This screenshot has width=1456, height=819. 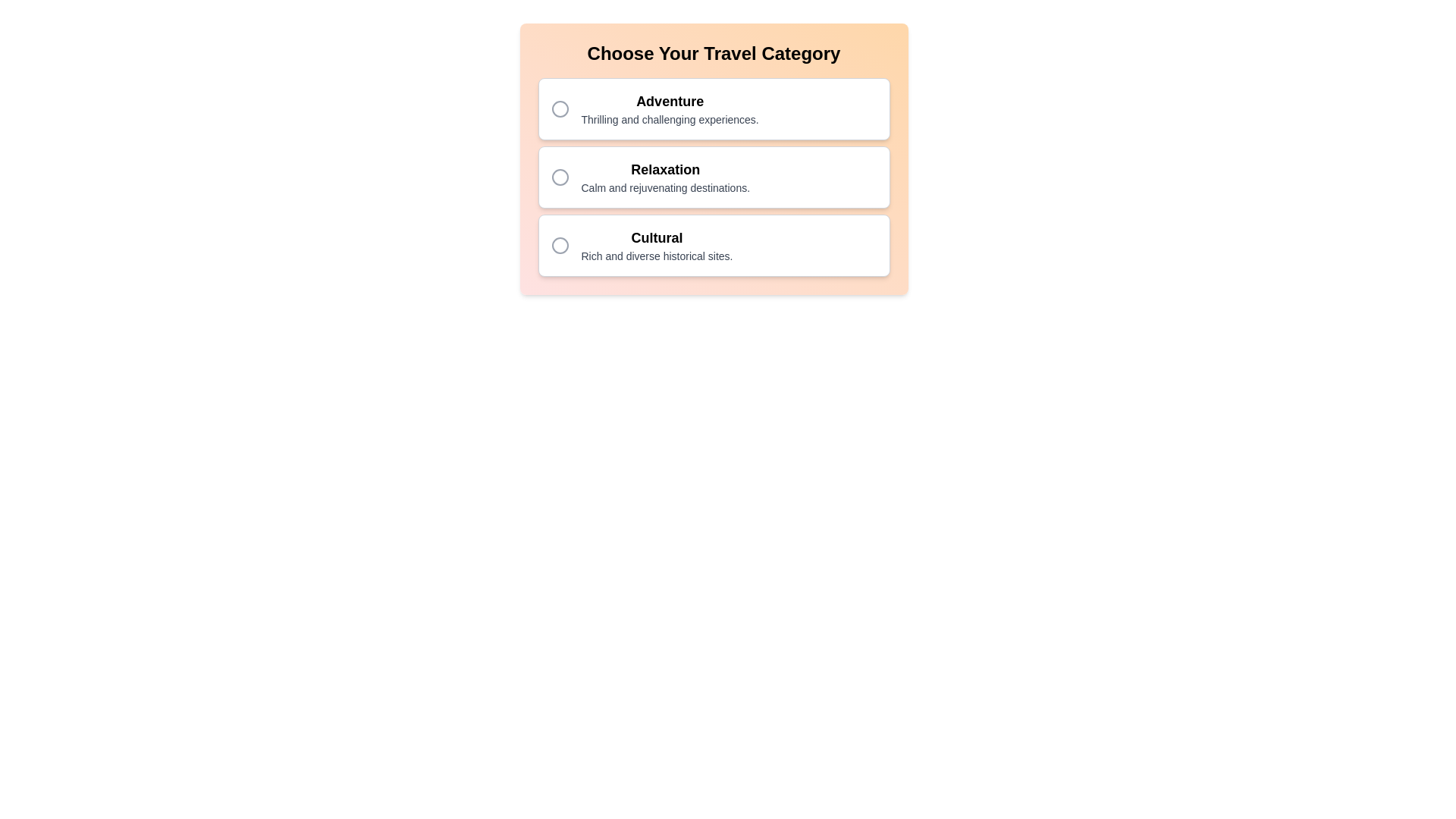 What do you see at coordinates (559, 177) in the screenshot?
I see `the radio button labeled 'Relaxation' to receive a visual indication of interactivity` at bounding box center [559, 177].